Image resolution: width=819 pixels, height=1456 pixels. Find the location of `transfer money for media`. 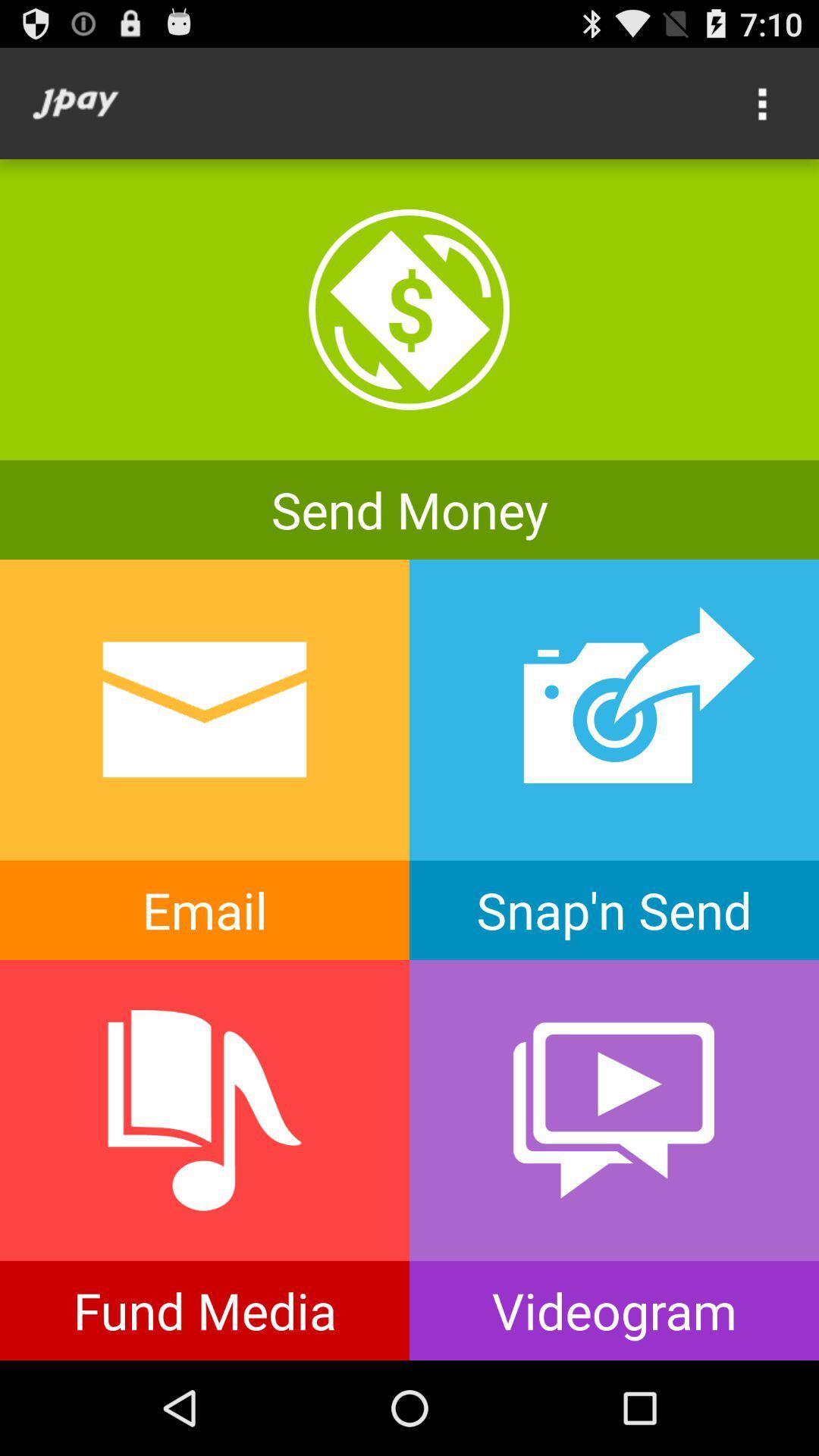

transfer money for media is located at coordinates (205, 1159).